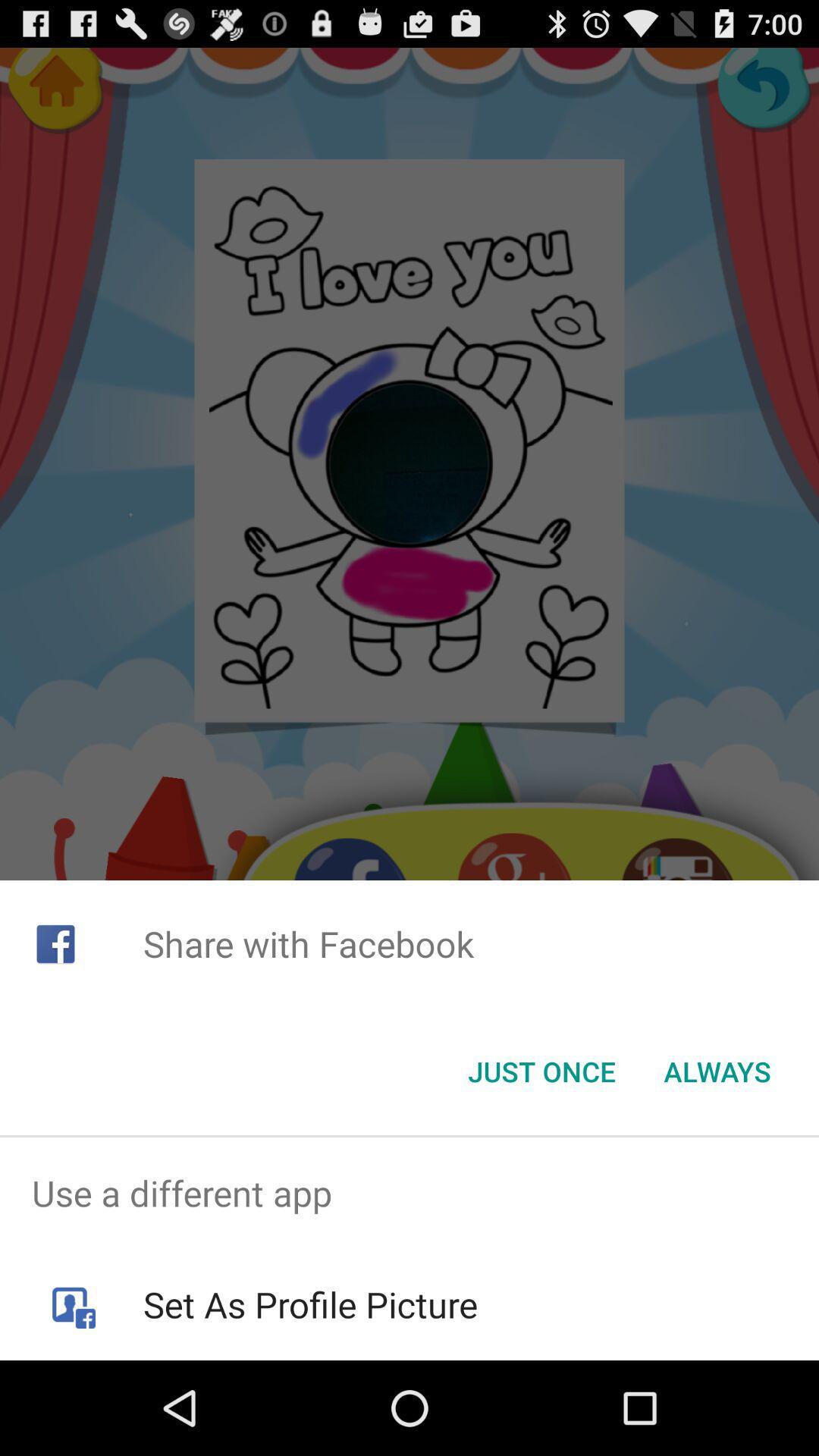  Describe the element at coordinates (541, 1070) in the screenshot. I see `the just once button` at that location.